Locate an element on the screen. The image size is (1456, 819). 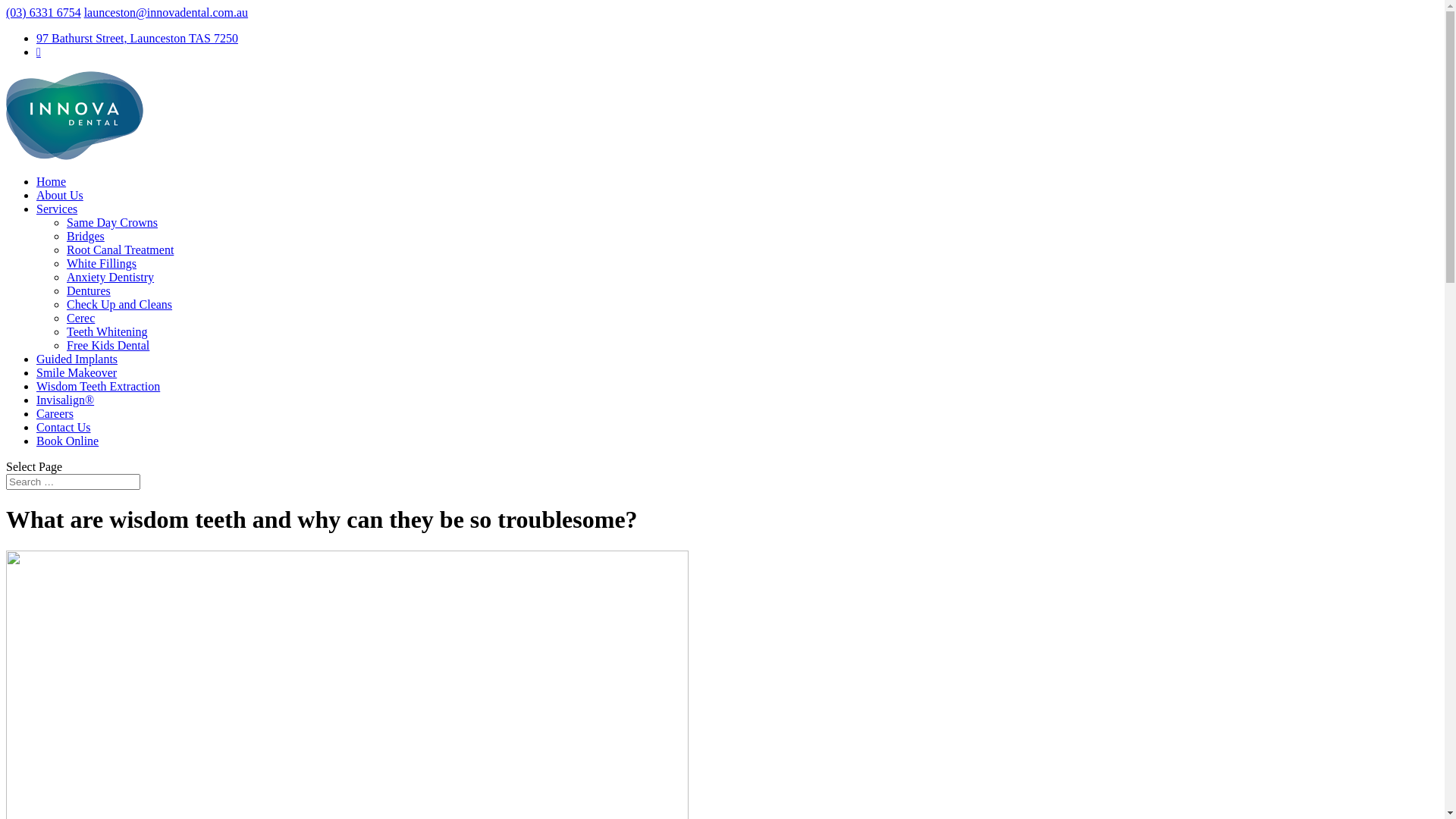
'Dentures' is located at coordinates (87, 290).